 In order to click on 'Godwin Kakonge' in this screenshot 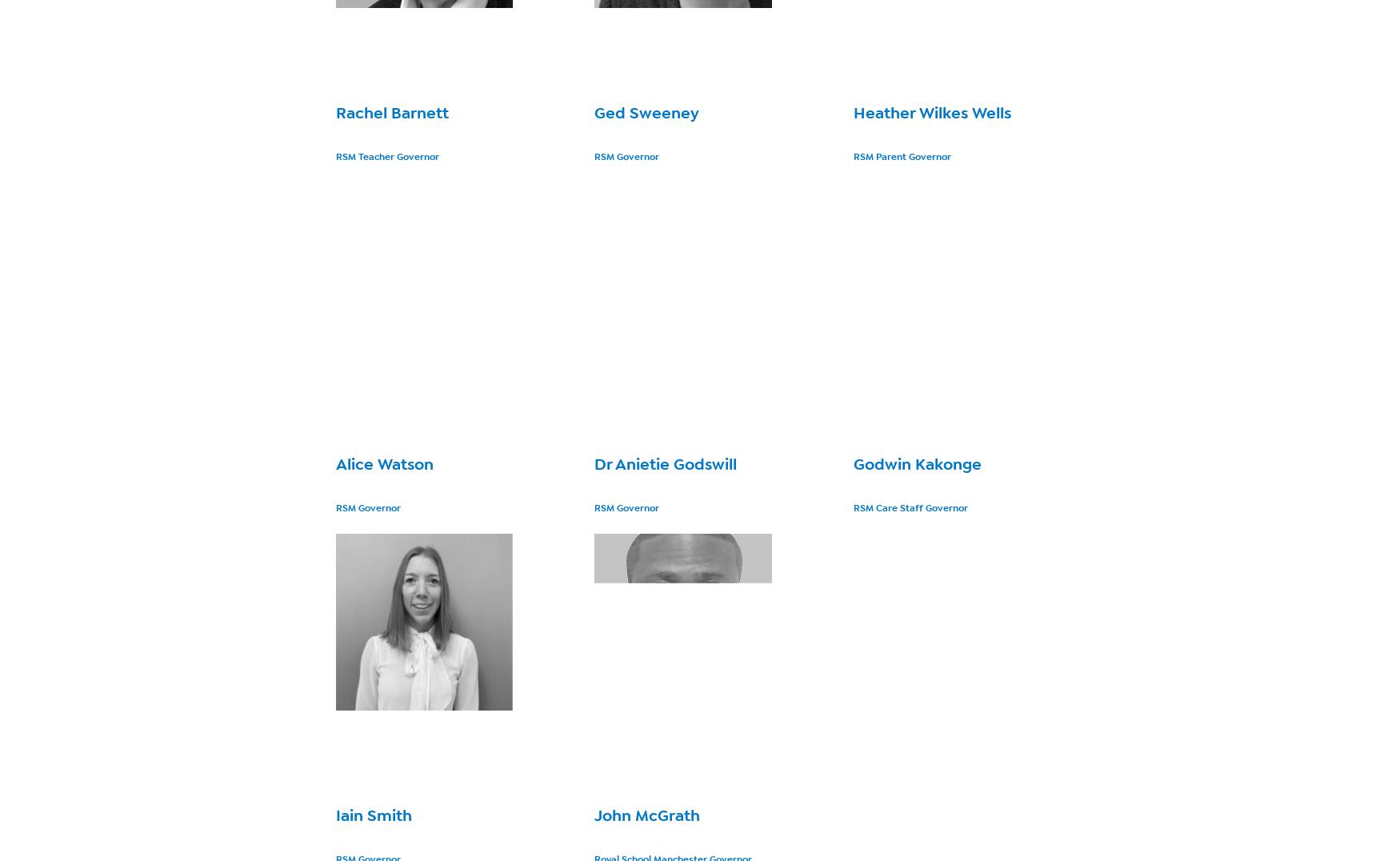, I will do `click(916, 463)`.